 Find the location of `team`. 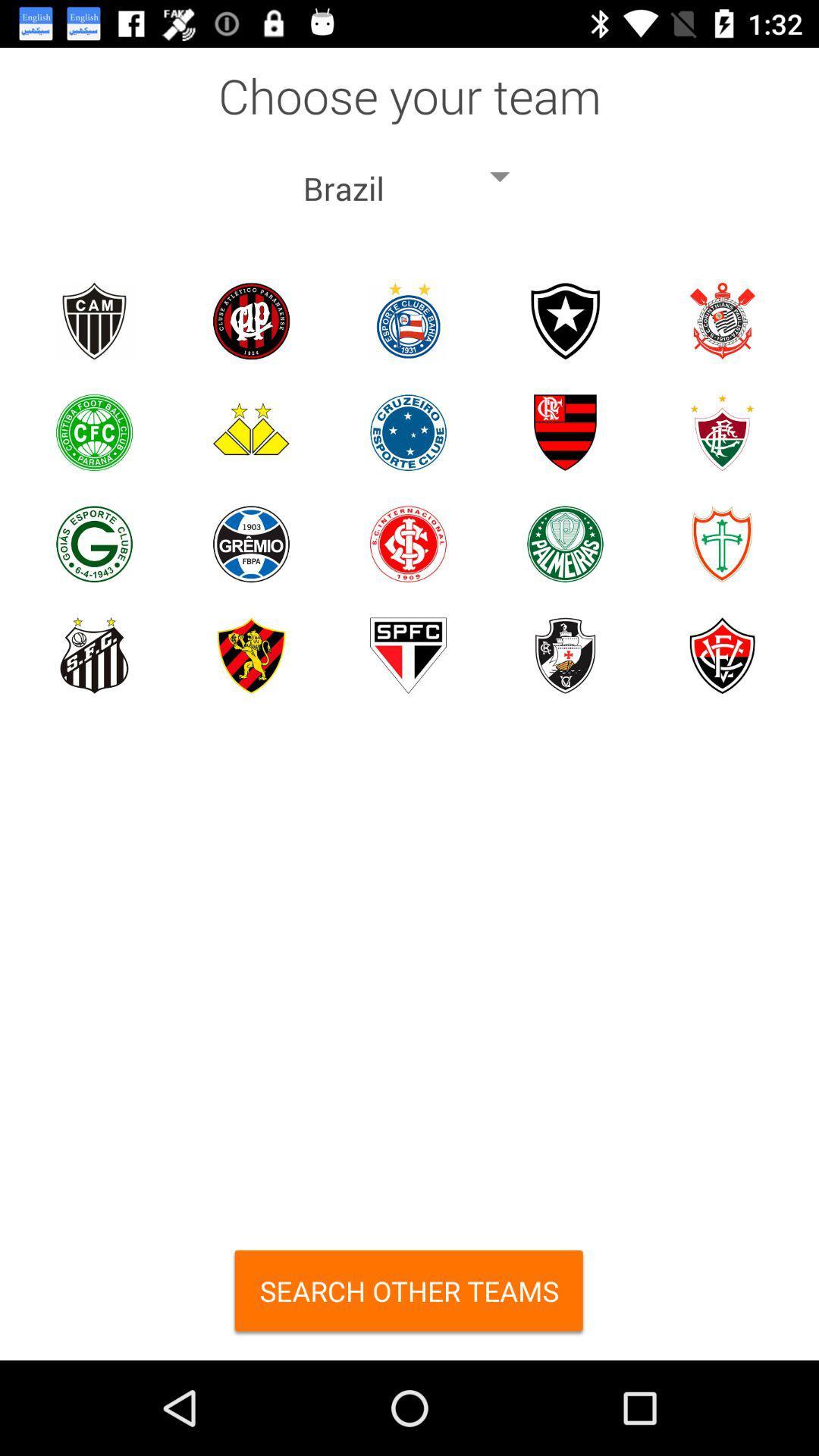

team is located at coordinates (250, 320).